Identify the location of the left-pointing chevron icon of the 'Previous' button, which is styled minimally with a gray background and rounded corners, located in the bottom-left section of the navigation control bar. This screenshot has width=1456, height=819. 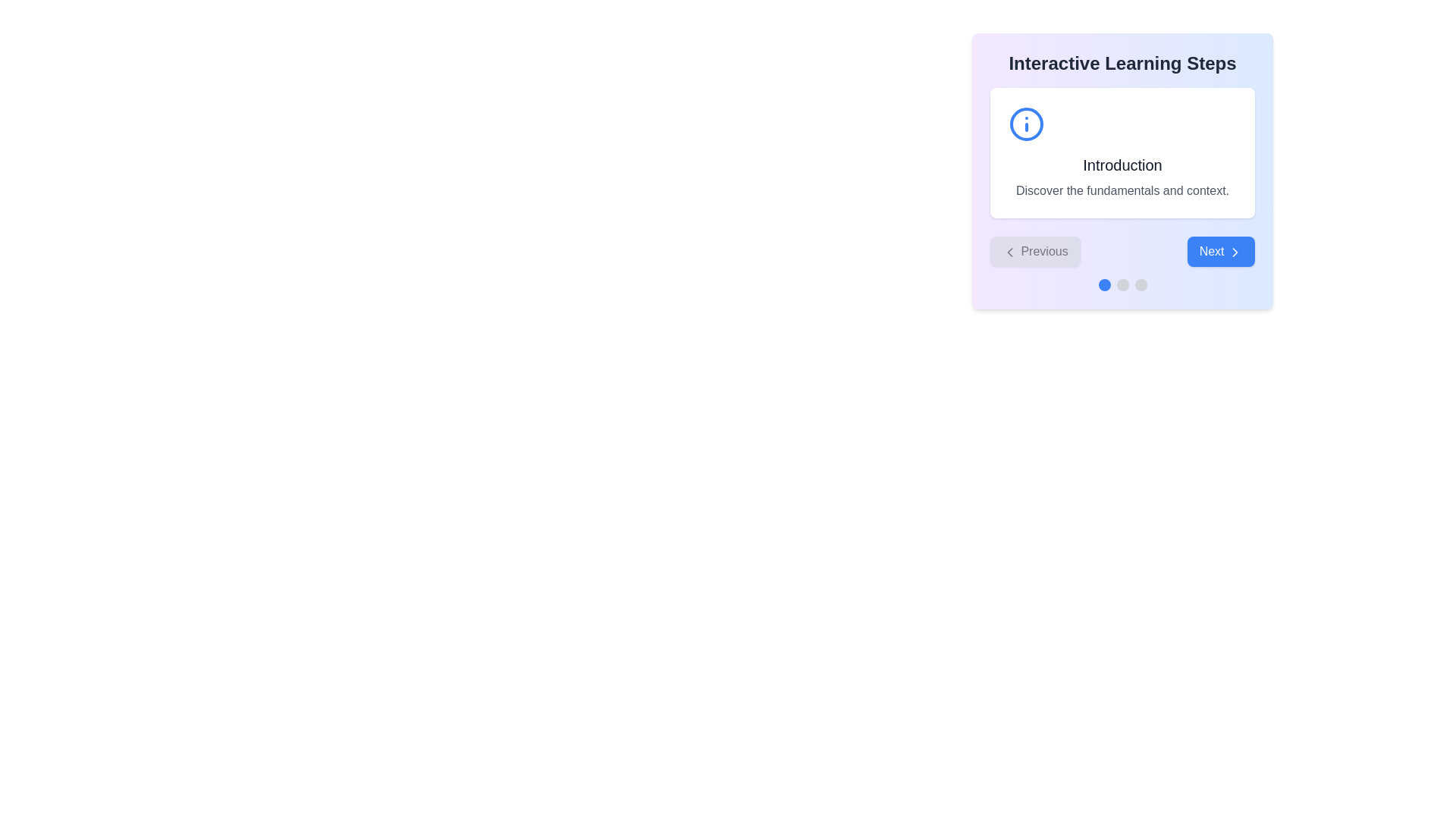
(1009, 250).